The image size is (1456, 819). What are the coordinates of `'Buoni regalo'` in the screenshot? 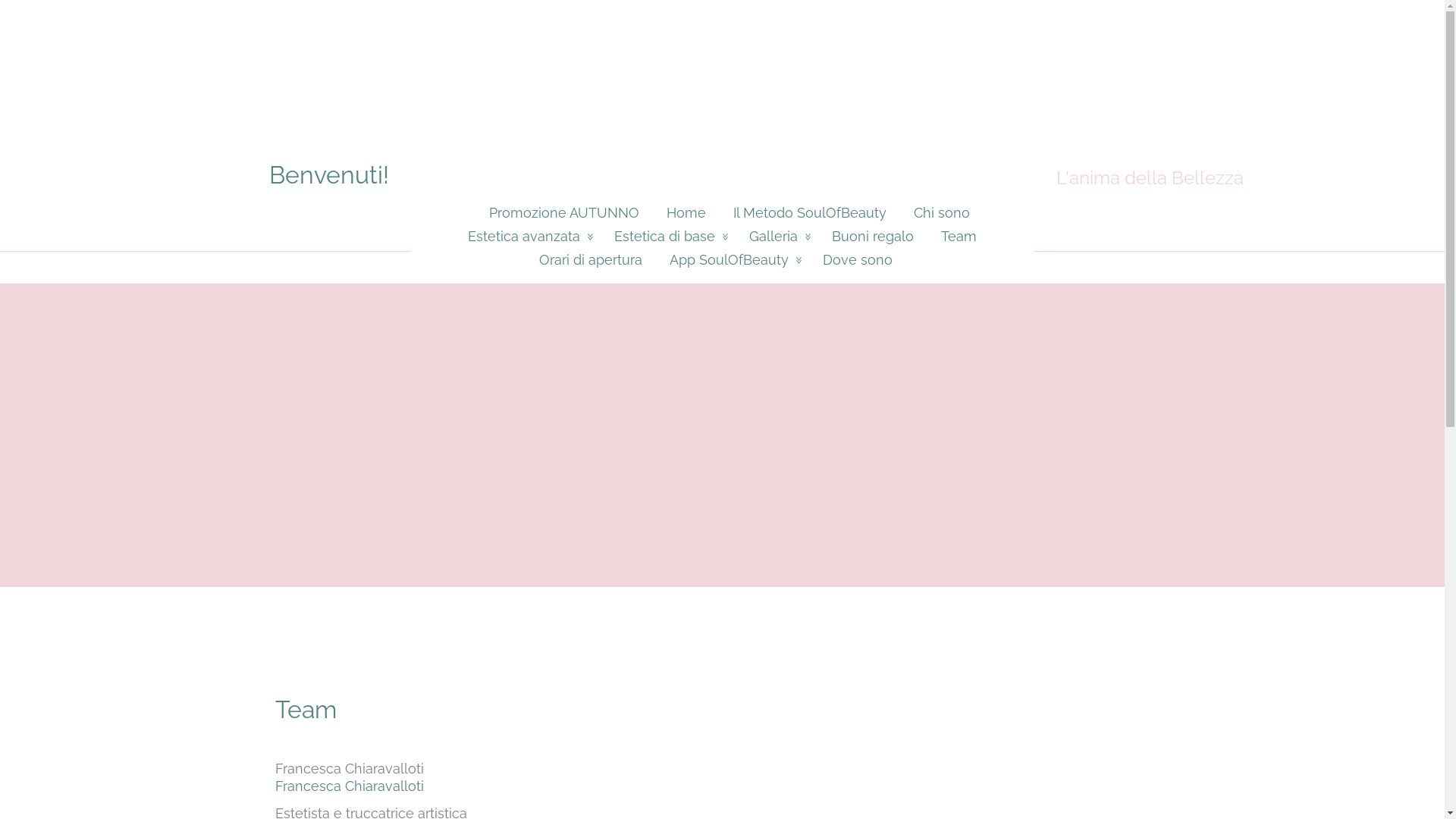 It's located at (873, 236).